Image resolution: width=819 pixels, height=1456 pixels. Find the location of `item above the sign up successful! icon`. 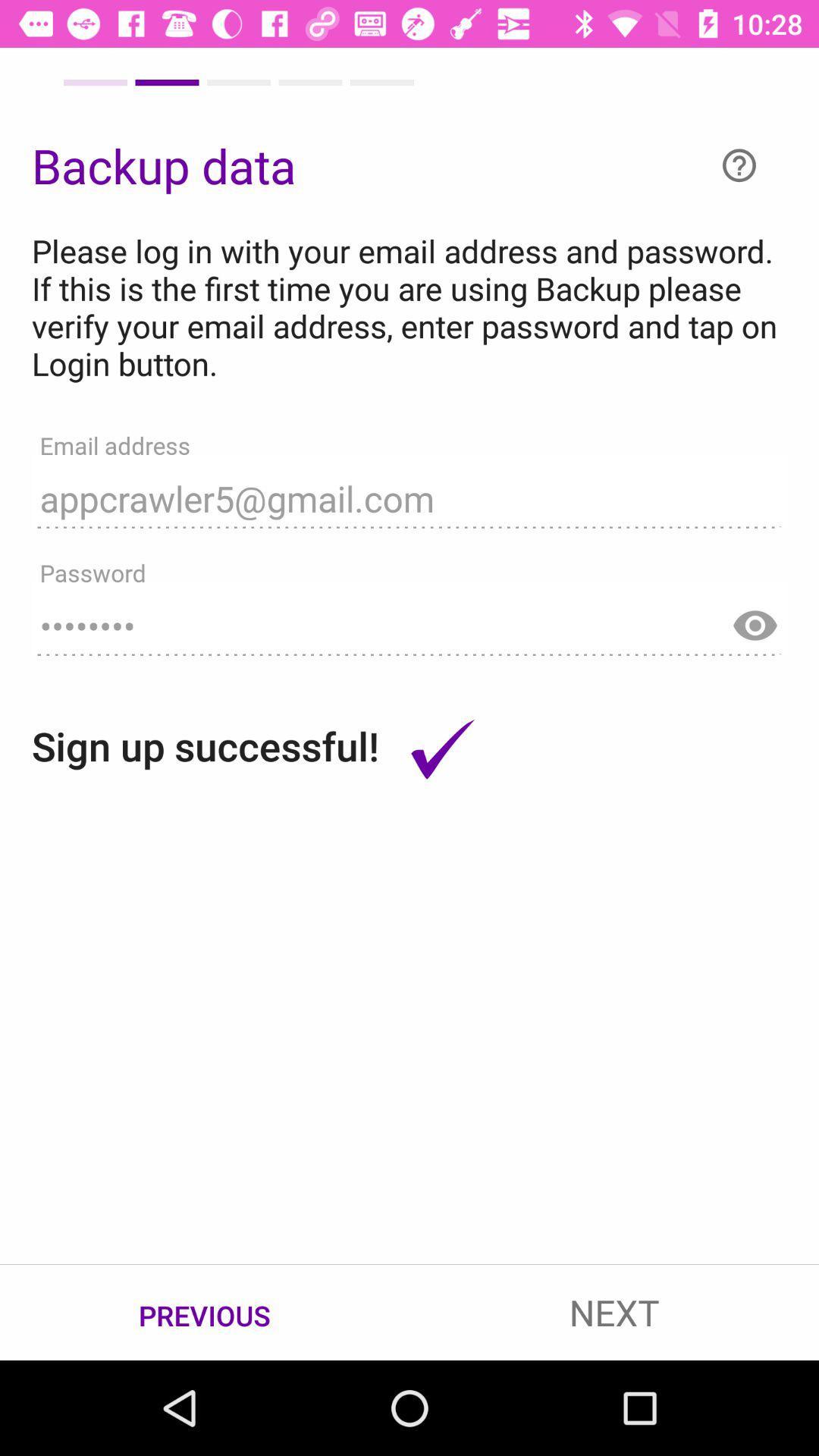

item above the sign up successful! icon is located at coordinates (409, 619).